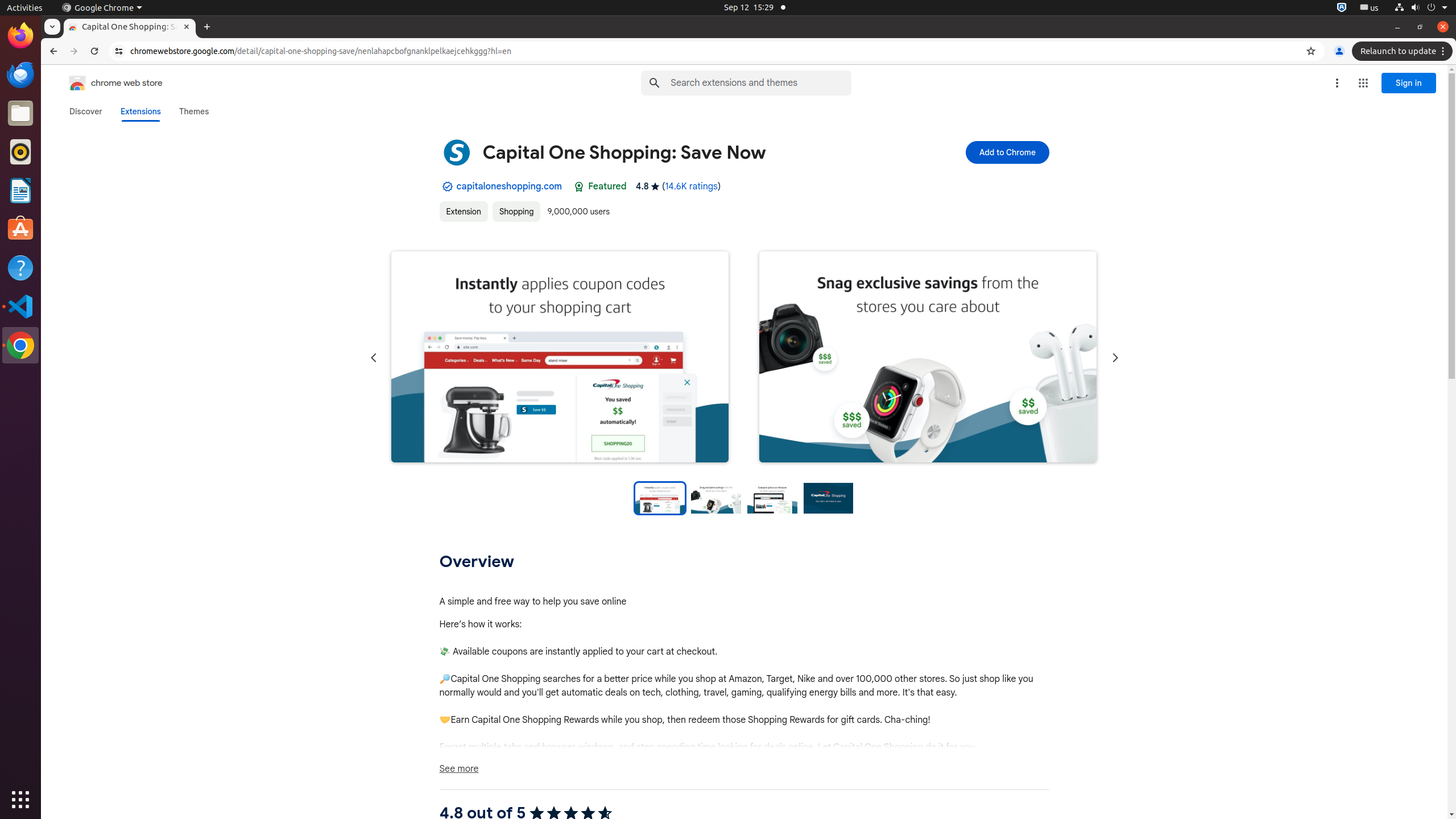 The height and width of the screenshot is (819, 1456). Describe the element at coordinates (508, 187) in the screenshot. I see `'capitaloneshopping.com'` at that location.